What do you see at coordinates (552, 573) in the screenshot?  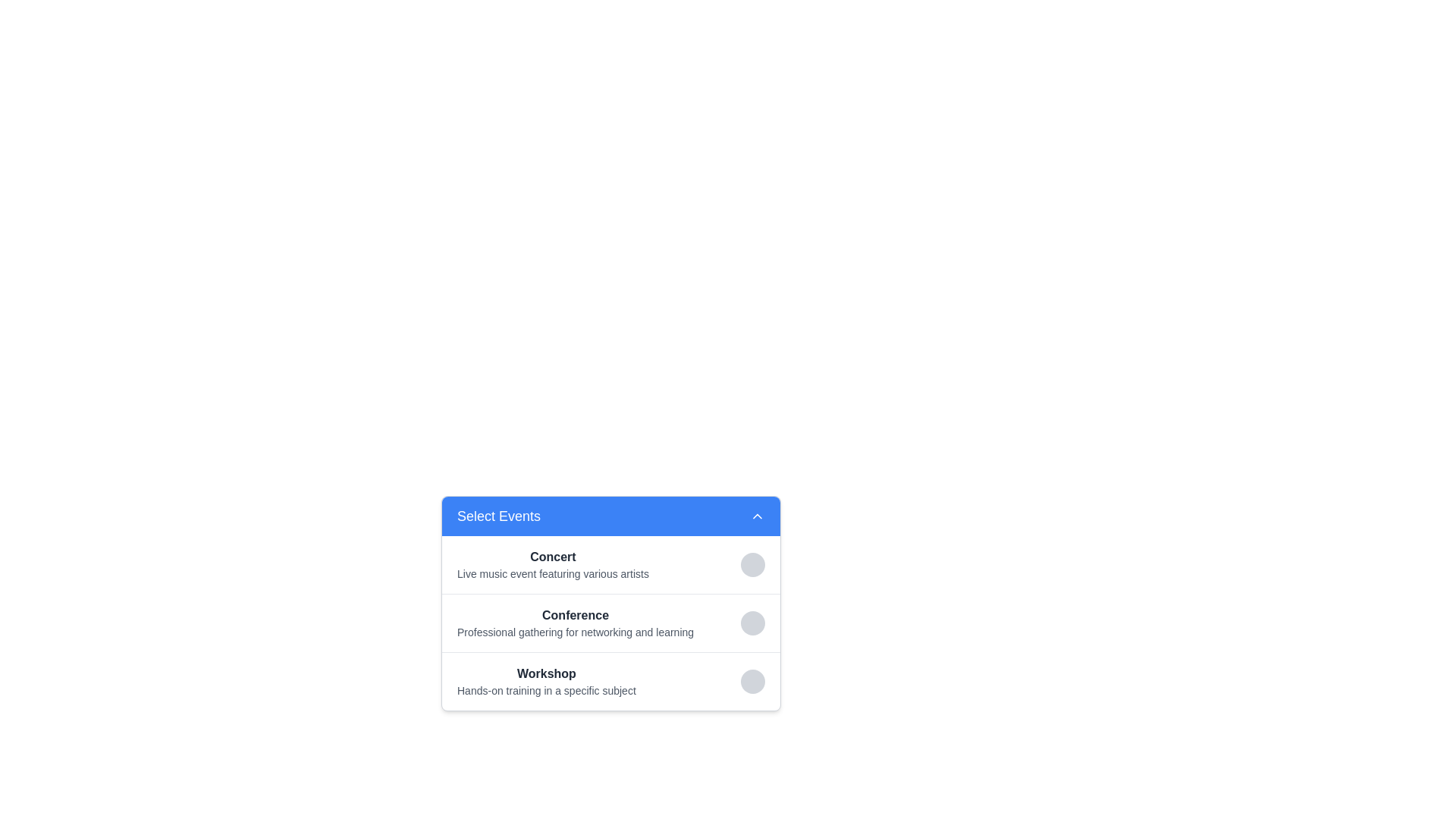 I see `the text label that reads 'Live music event featuring various artists', which is positioned below the bold title 'Concert'` at bounding box center [552, 573].